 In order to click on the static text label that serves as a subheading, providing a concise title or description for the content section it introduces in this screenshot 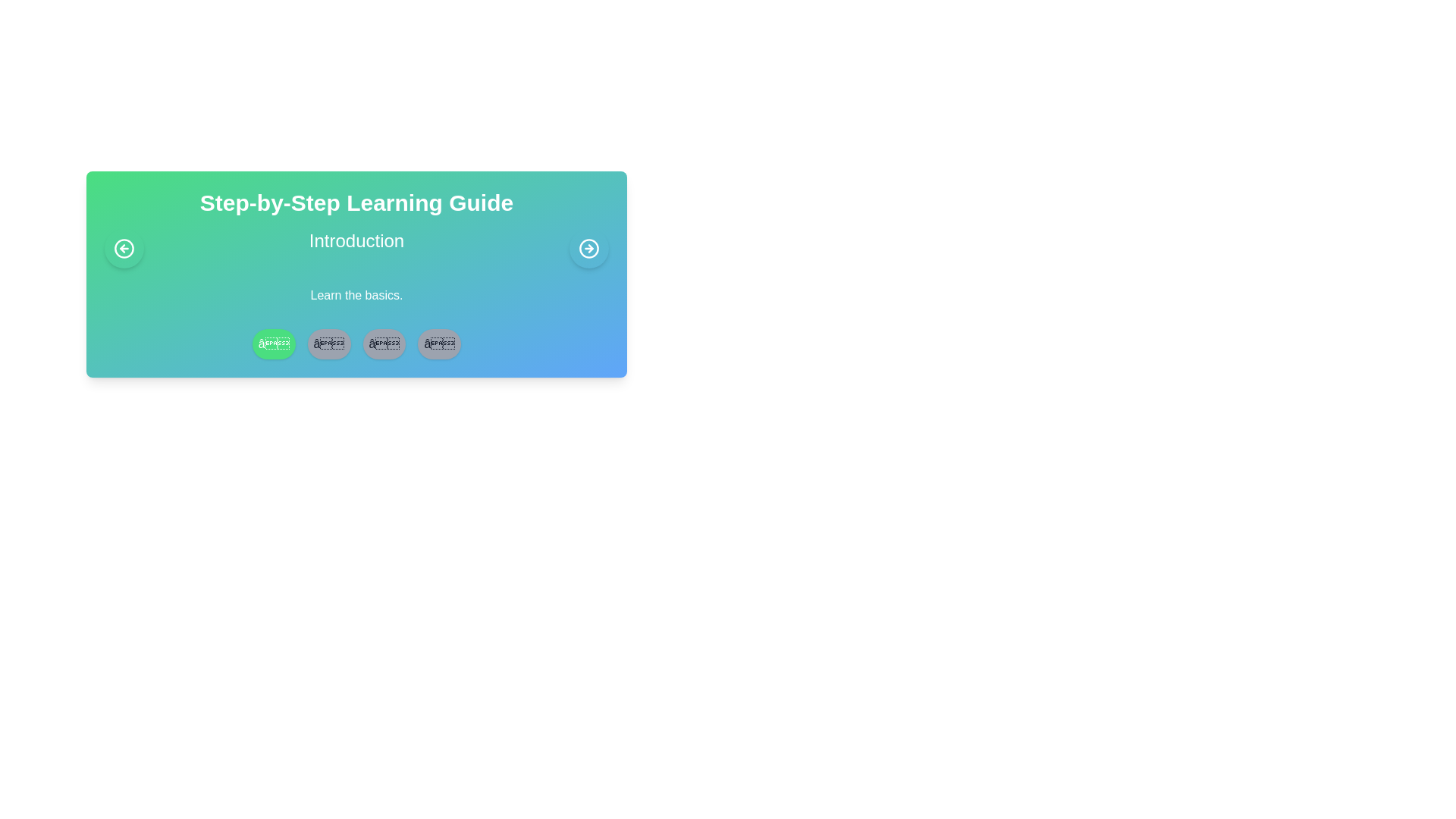, I will do `click(356, 240)`.